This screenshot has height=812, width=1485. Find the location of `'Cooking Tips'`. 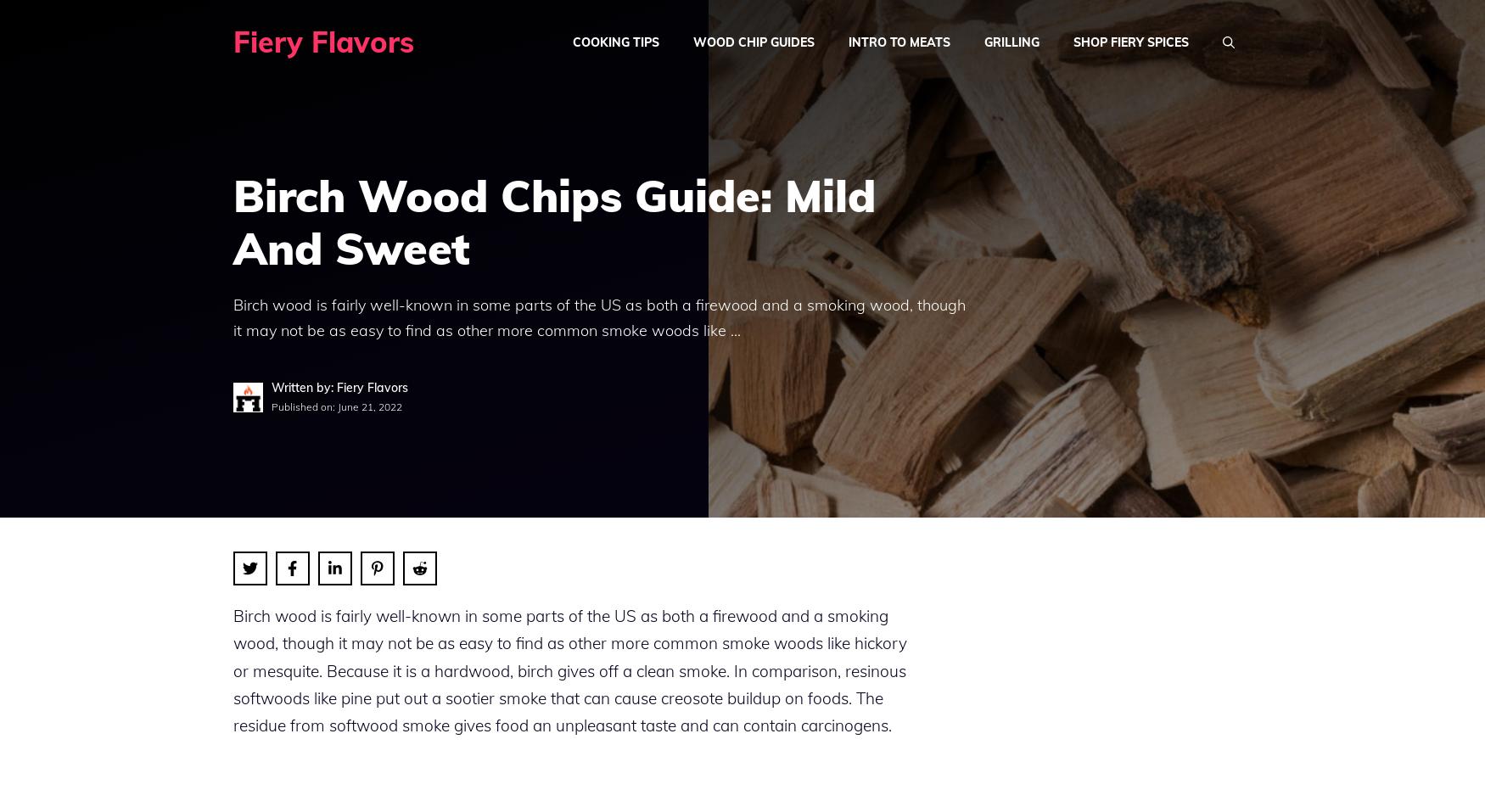

'Cooking Tips' is located at coordinates (616, 41).